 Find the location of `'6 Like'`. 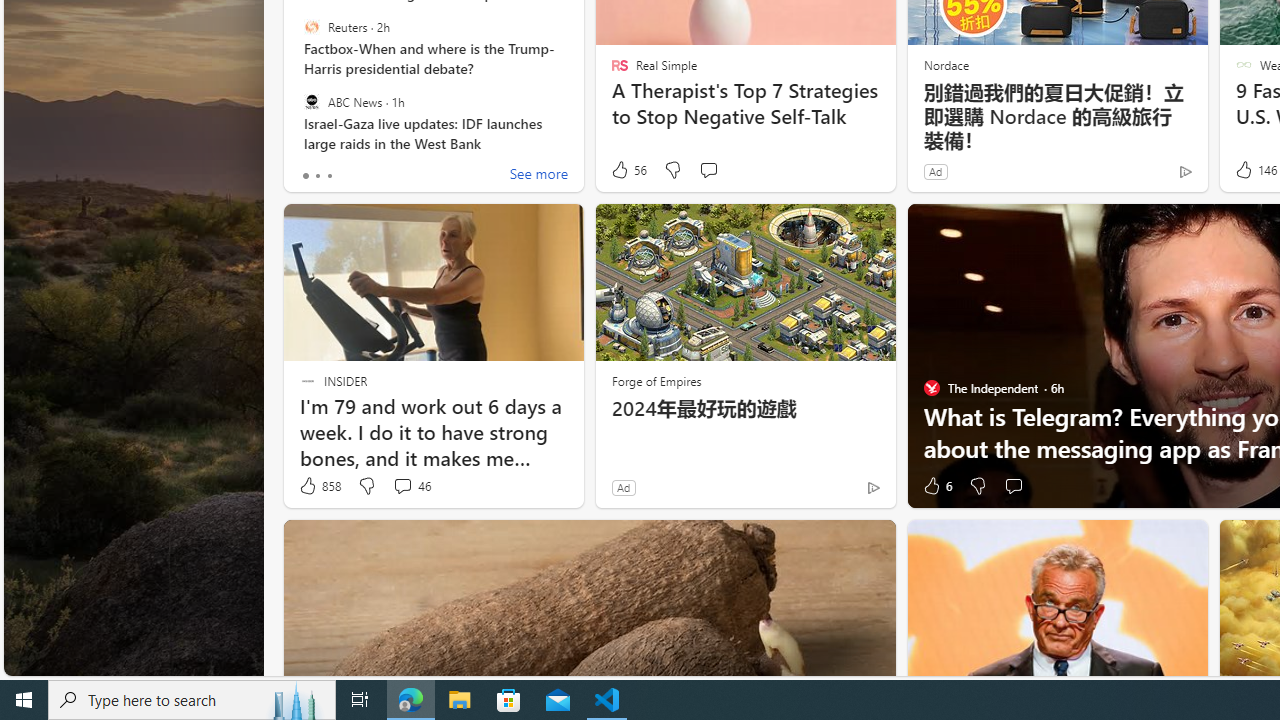

'6 Like' is located at coordinates (935, 486).